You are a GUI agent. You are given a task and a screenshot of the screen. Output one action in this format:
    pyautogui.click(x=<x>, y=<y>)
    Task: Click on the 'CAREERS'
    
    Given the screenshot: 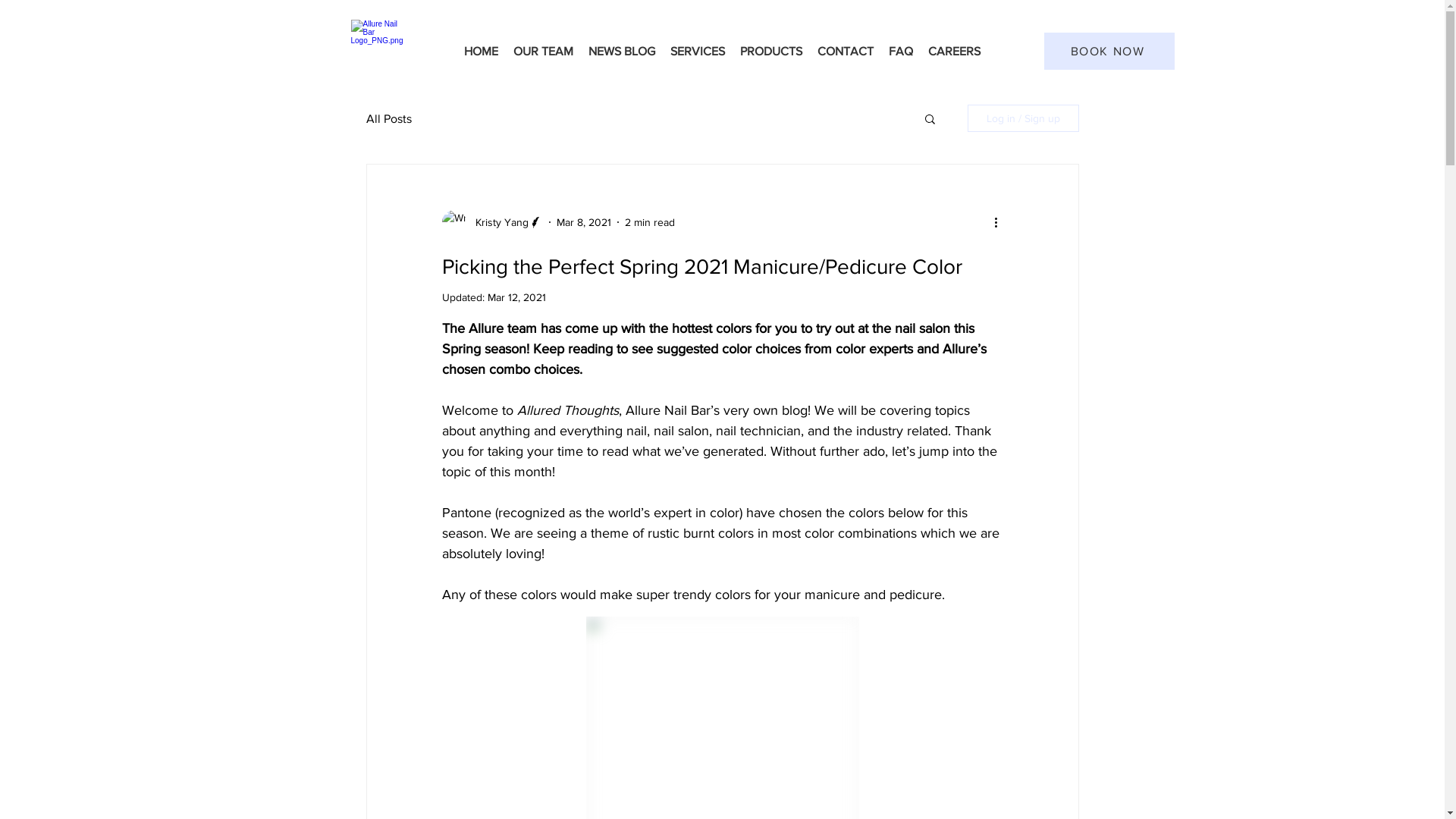 What is the action you would take?
    pyautogui.click(x=953, y=50)
    